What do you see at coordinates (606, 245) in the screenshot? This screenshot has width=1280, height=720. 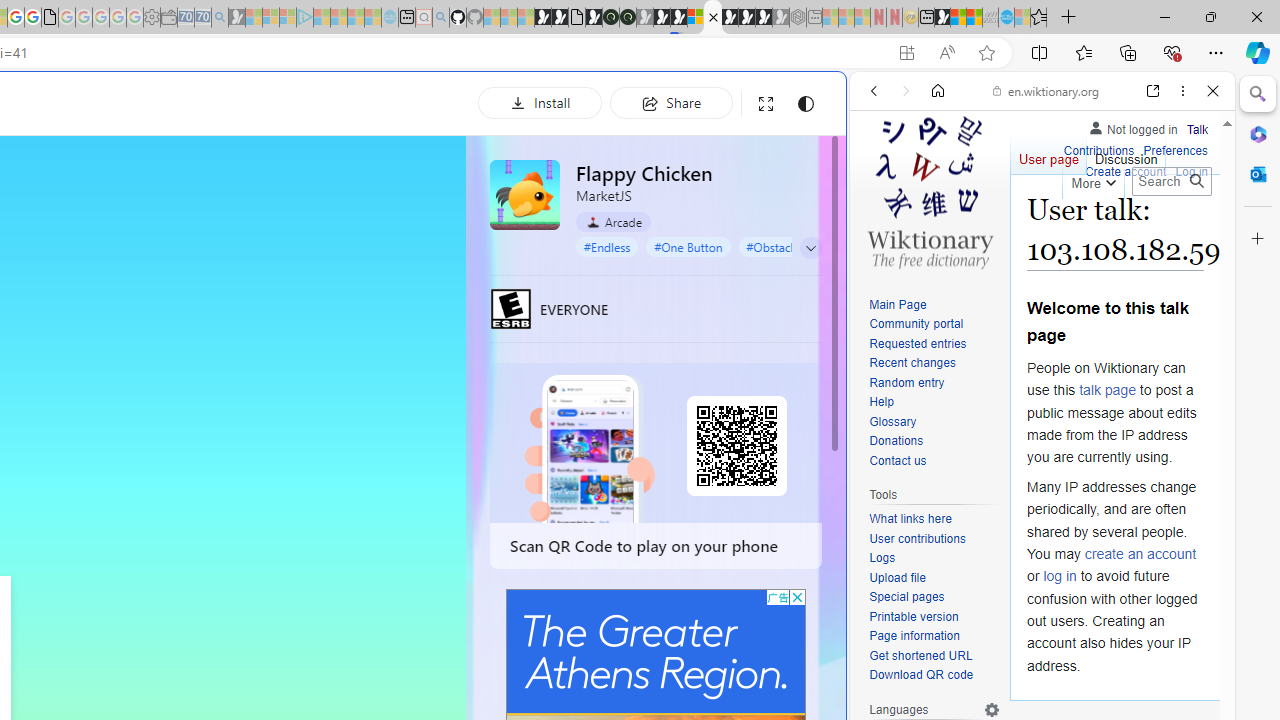 I see `'#Endless'` at bounding box center [606, 245].